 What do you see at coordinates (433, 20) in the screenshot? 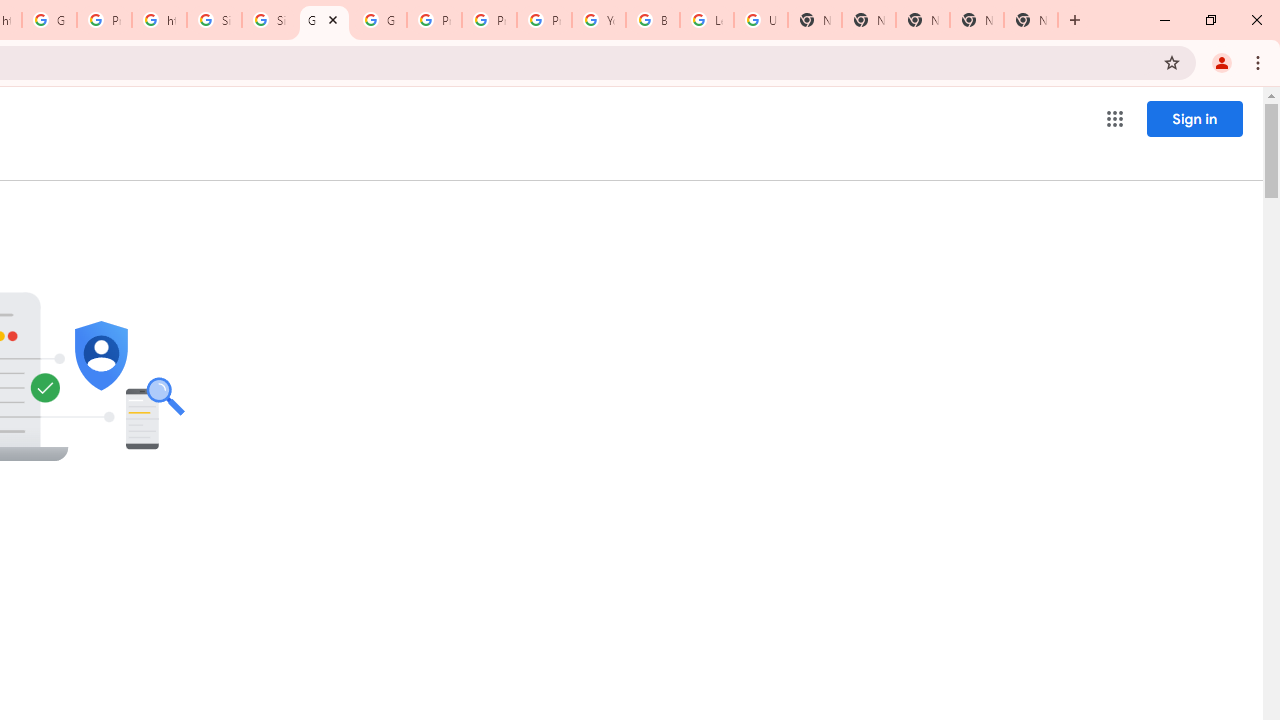
I see `'Privacy Help Center - Policies Help'` at bounding box center [433, 20].